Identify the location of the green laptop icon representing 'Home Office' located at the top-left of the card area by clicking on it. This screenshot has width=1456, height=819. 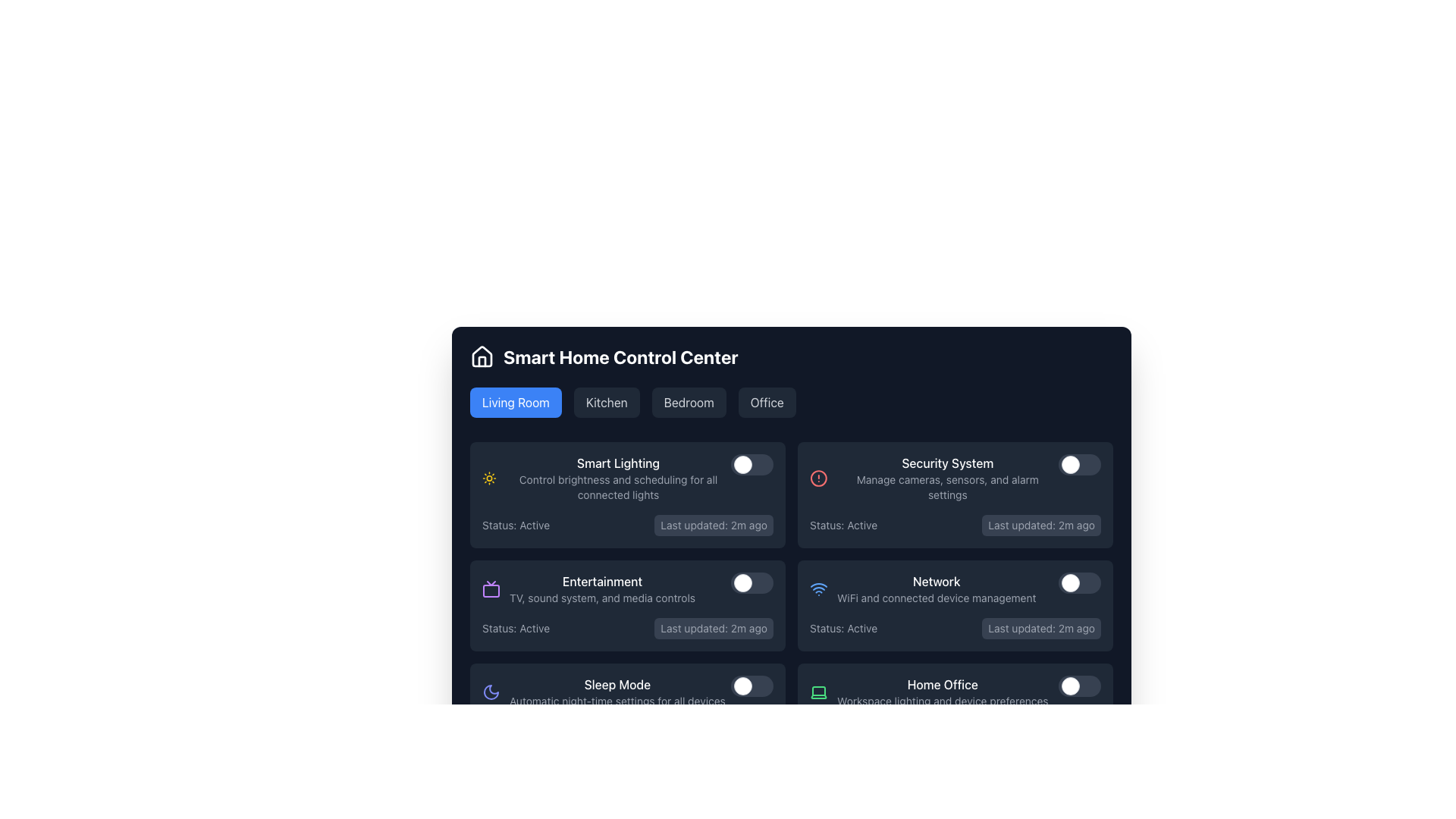
(818, 692).